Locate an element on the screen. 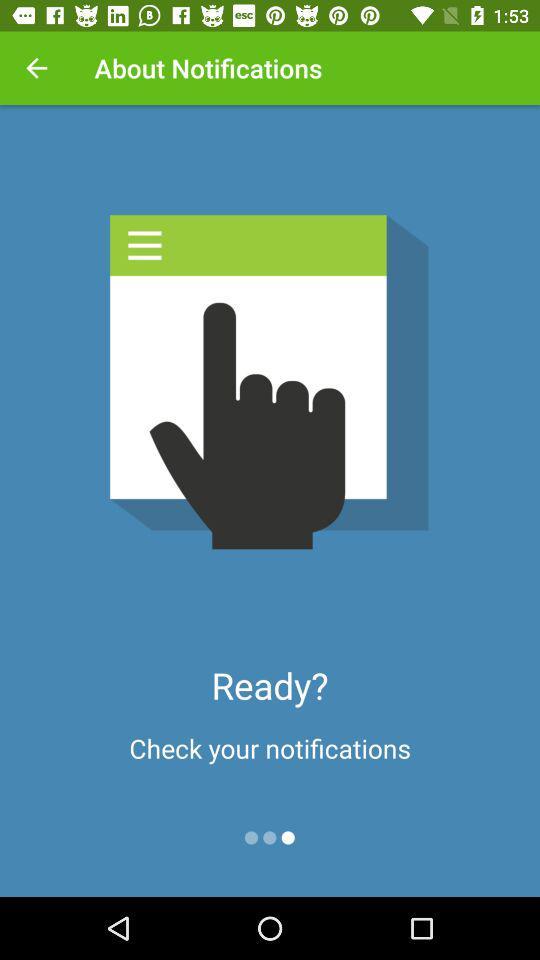  item at the top left corner is located at coordinates (36, 68).